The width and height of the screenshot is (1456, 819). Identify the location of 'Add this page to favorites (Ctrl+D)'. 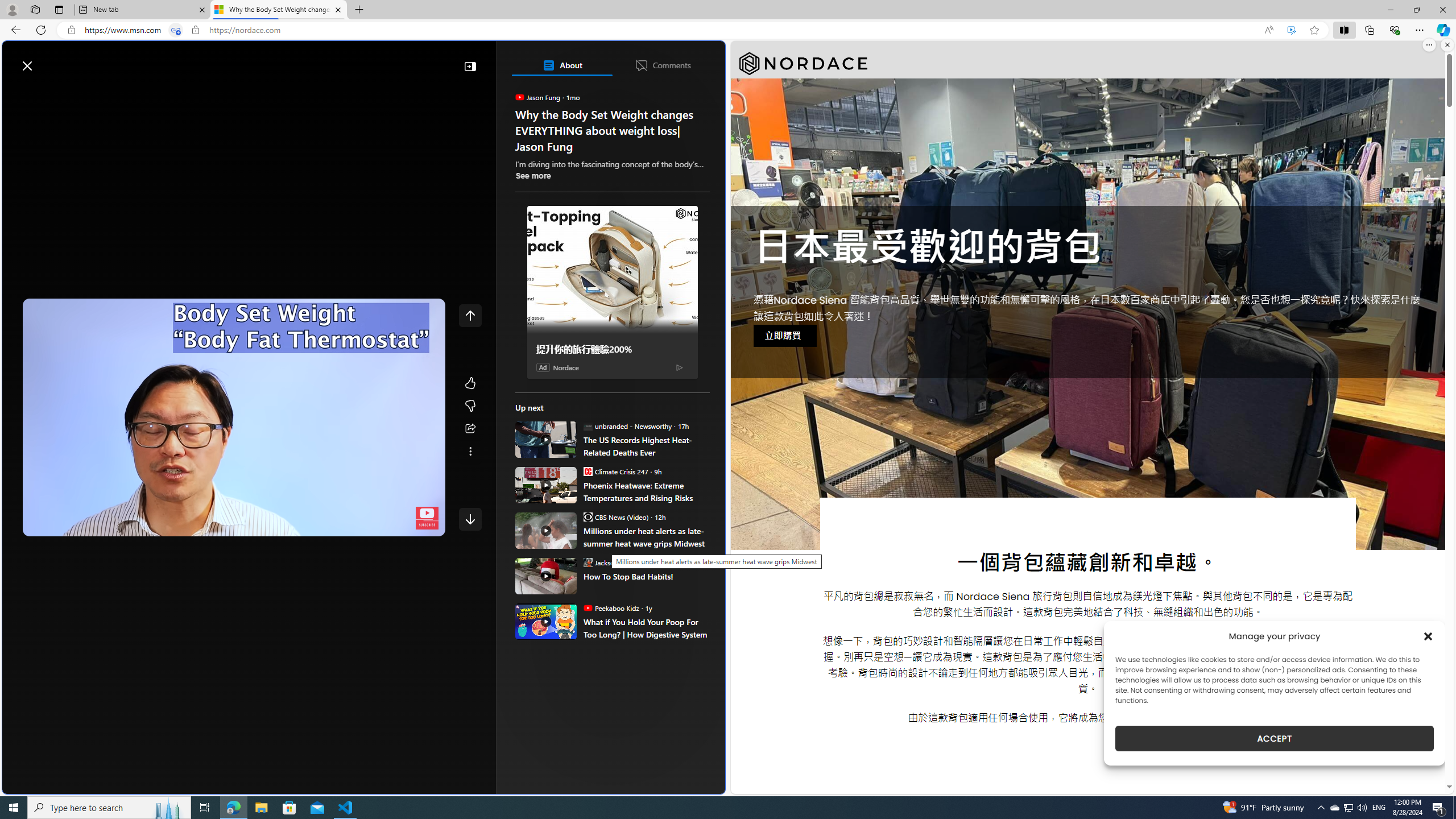
(1314, 30).